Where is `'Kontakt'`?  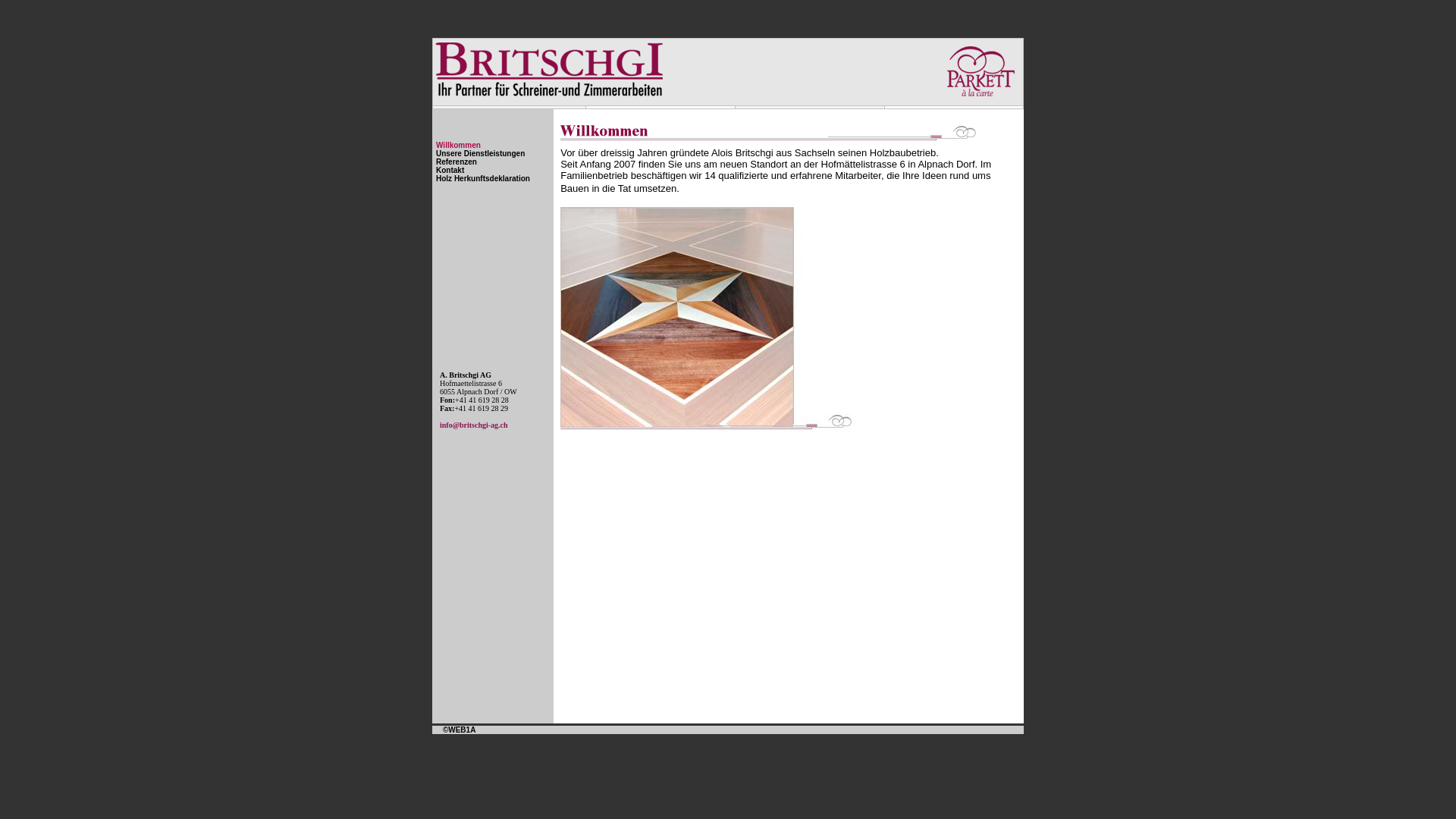
'Kontakt' is located at coordinates (449, 170).